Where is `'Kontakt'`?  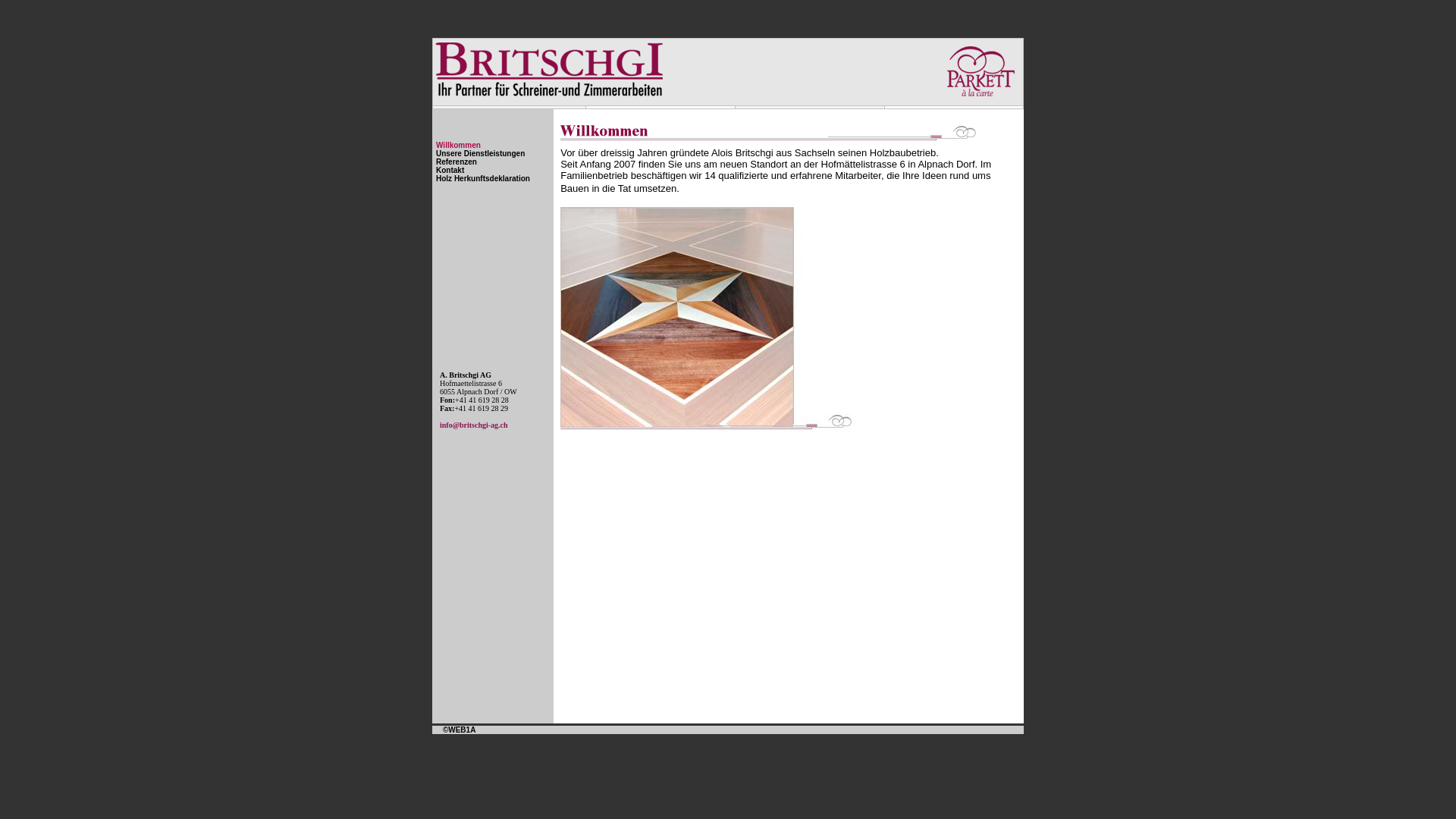
'Kontakt' is located at coordinates (449, 170).